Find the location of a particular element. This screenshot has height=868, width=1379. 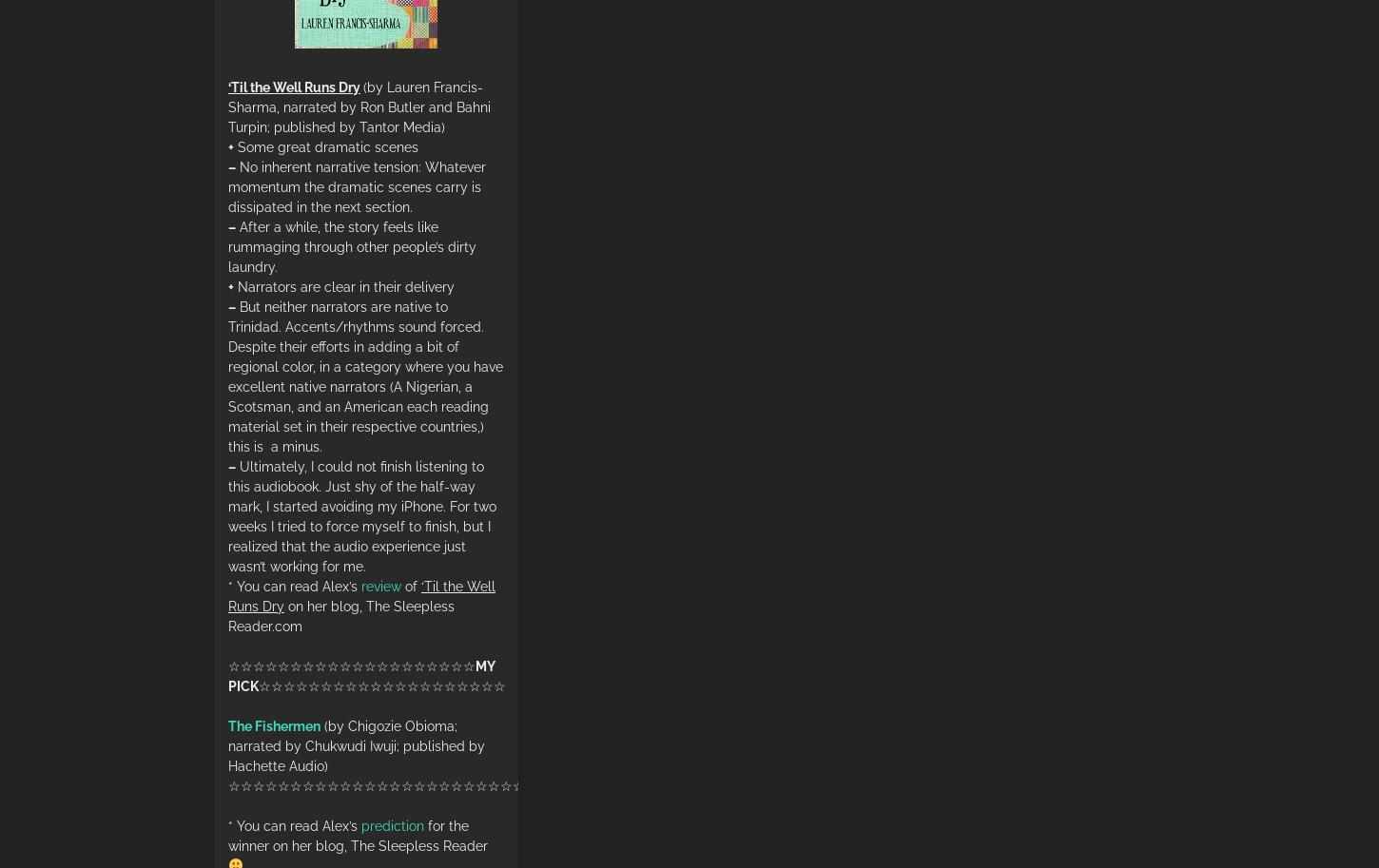

'No inherent narrative tension: Whatever momentum the dramatic scenes carry is dissipated in the next section.' is located at coordinates (356, 187).